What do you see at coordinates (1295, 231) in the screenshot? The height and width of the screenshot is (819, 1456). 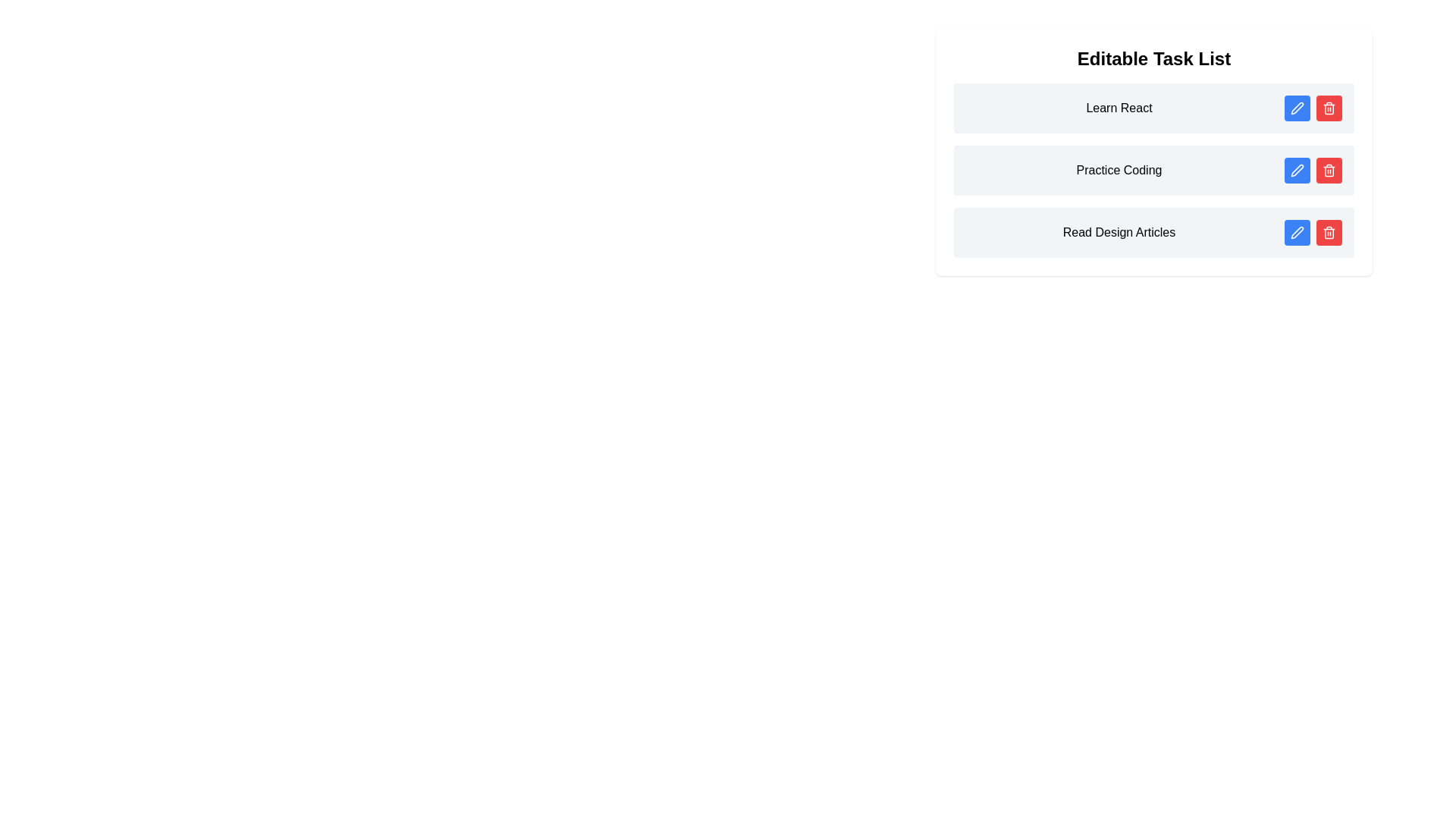 I see `the pen icon button located at the end of the 'Read Design Articles' row` at bounding box center [1295, 231].